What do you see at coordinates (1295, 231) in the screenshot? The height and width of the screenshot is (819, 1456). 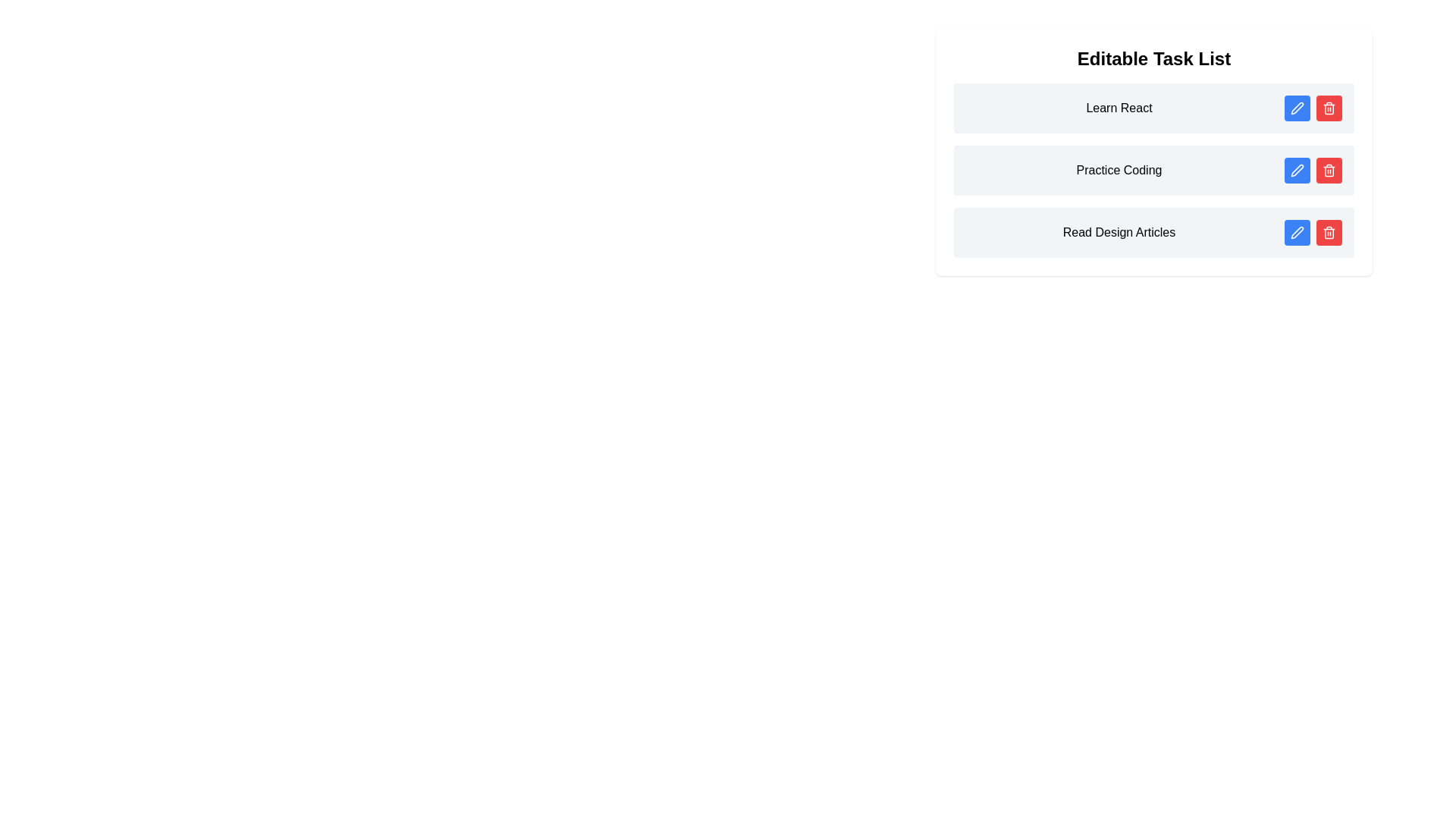 I see `the pen icon button located at the end of the 'Read Design Articles' row` at bounding box center [1295, 231].